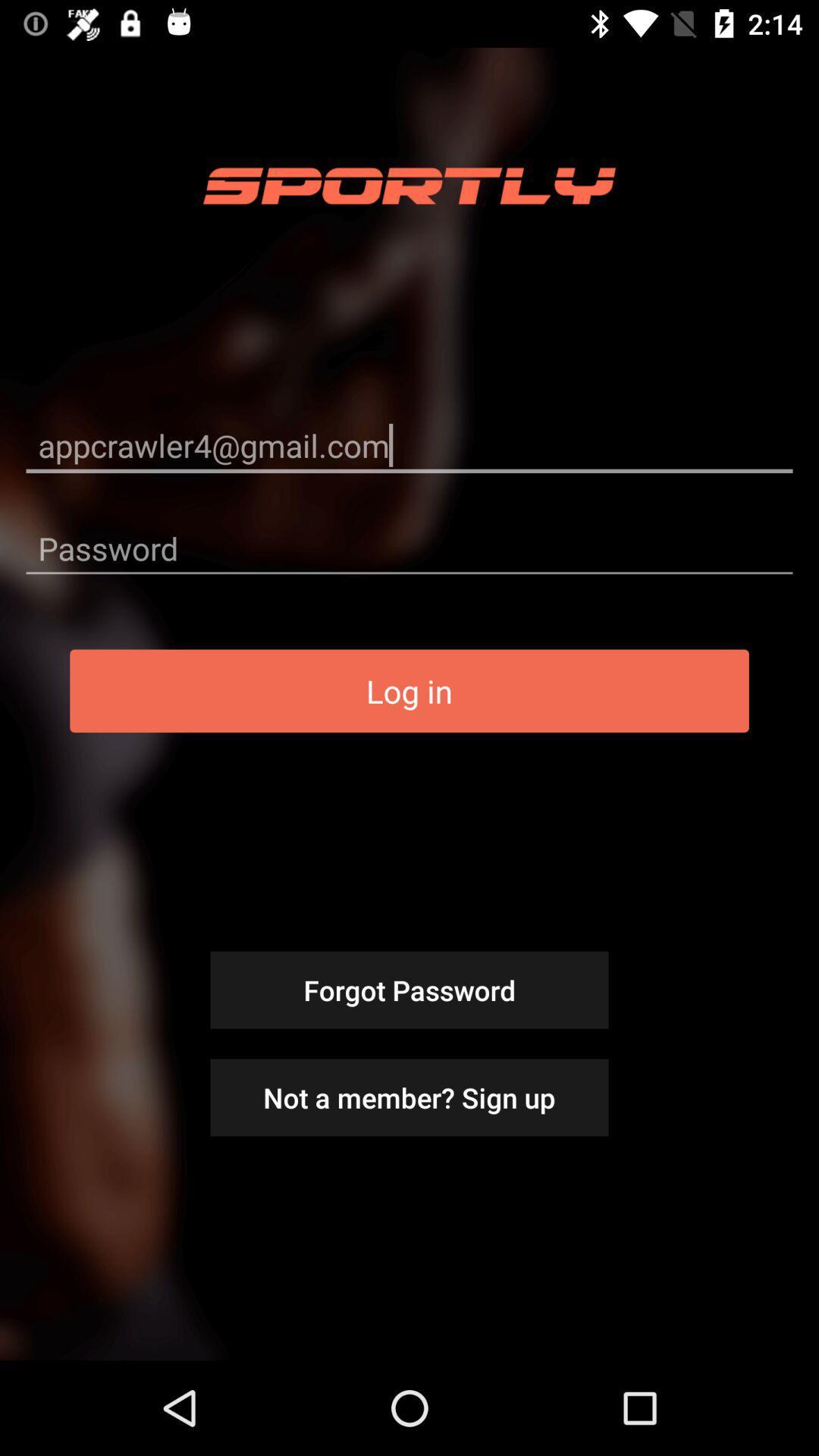 The height and width of the screenshot is (1456, 819). I want to click on item below the forgot password item, so click(409, 1097).